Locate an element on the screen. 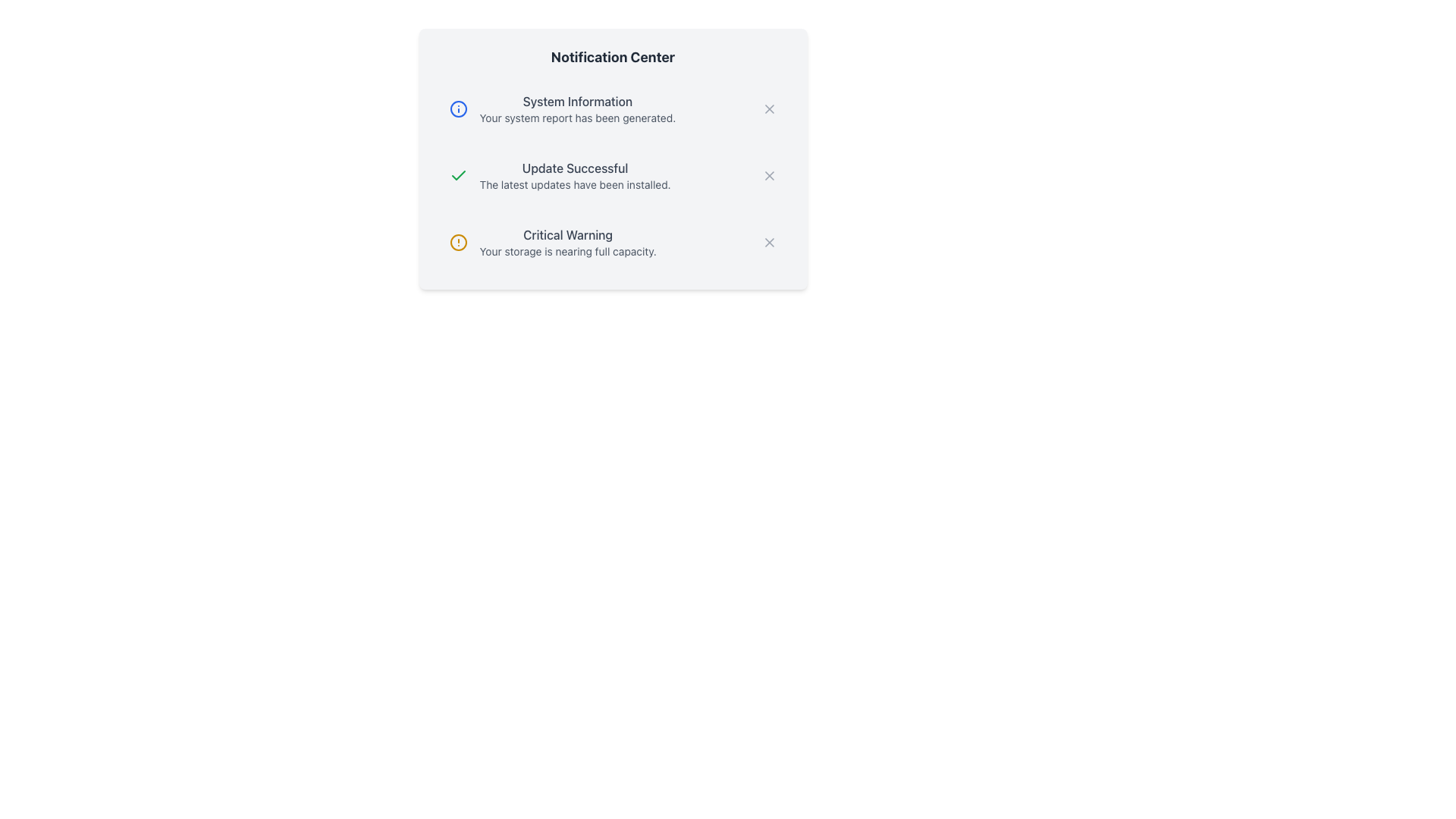 The image size is (1456, 819). the second notification item in the Notification Center that indicates the completion of an update process is located at coordinates (613, 174).